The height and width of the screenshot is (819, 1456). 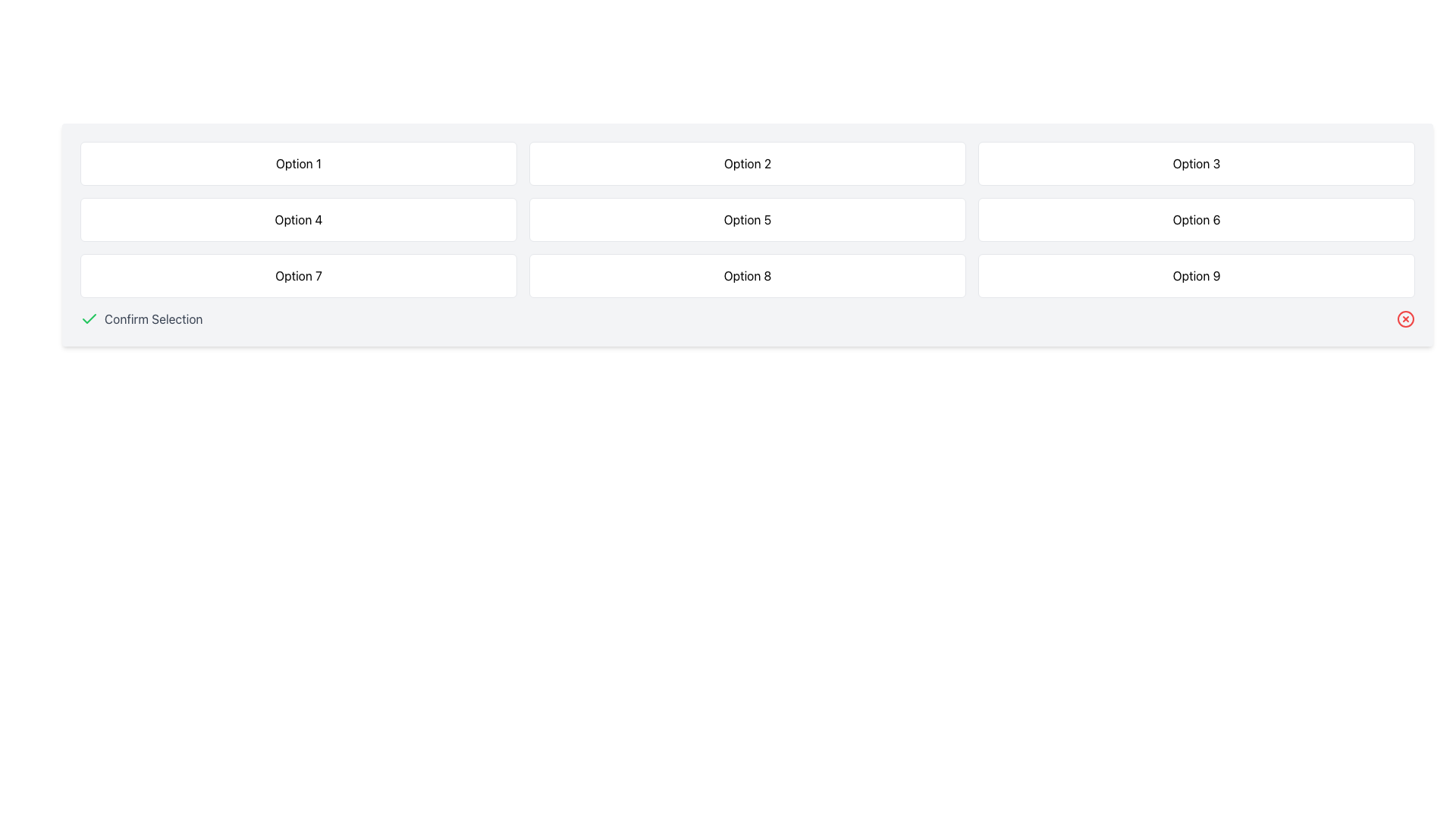 What do you see at coordinates (747, 164) in the screenshot?
I see `the button representing 'Option 2', which is located in the second position of the first row within a 3-column grid layout, situated between 'Option 1' and 'Option 3'` at bounding box center [747, 164].